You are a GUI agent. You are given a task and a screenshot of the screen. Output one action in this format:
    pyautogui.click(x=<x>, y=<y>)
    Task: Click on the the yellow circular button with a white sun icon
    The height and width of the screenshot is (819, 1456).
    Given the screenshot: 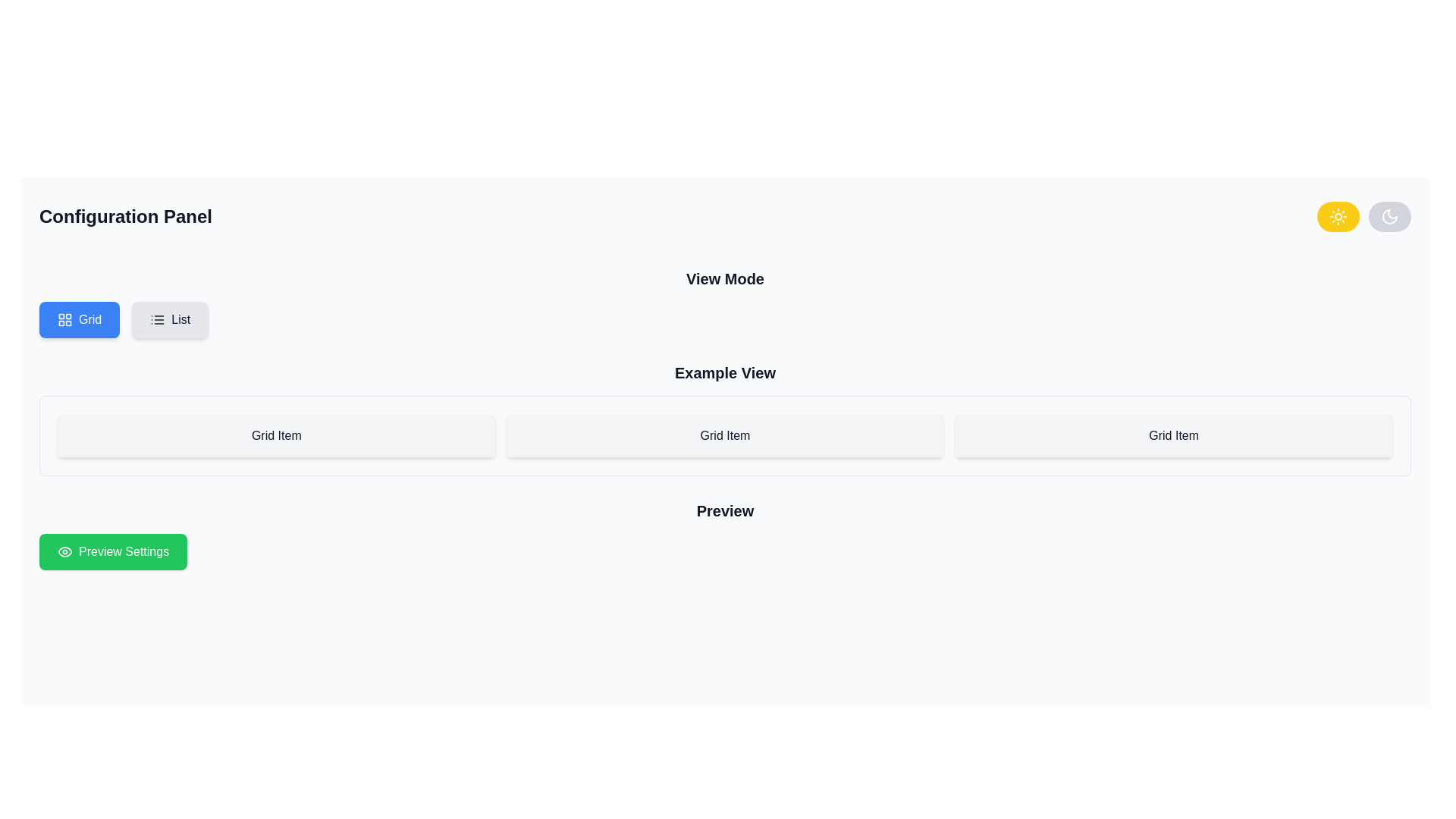 What is the action you would take?
    pyautogui.click(x=1338, y=216)
    